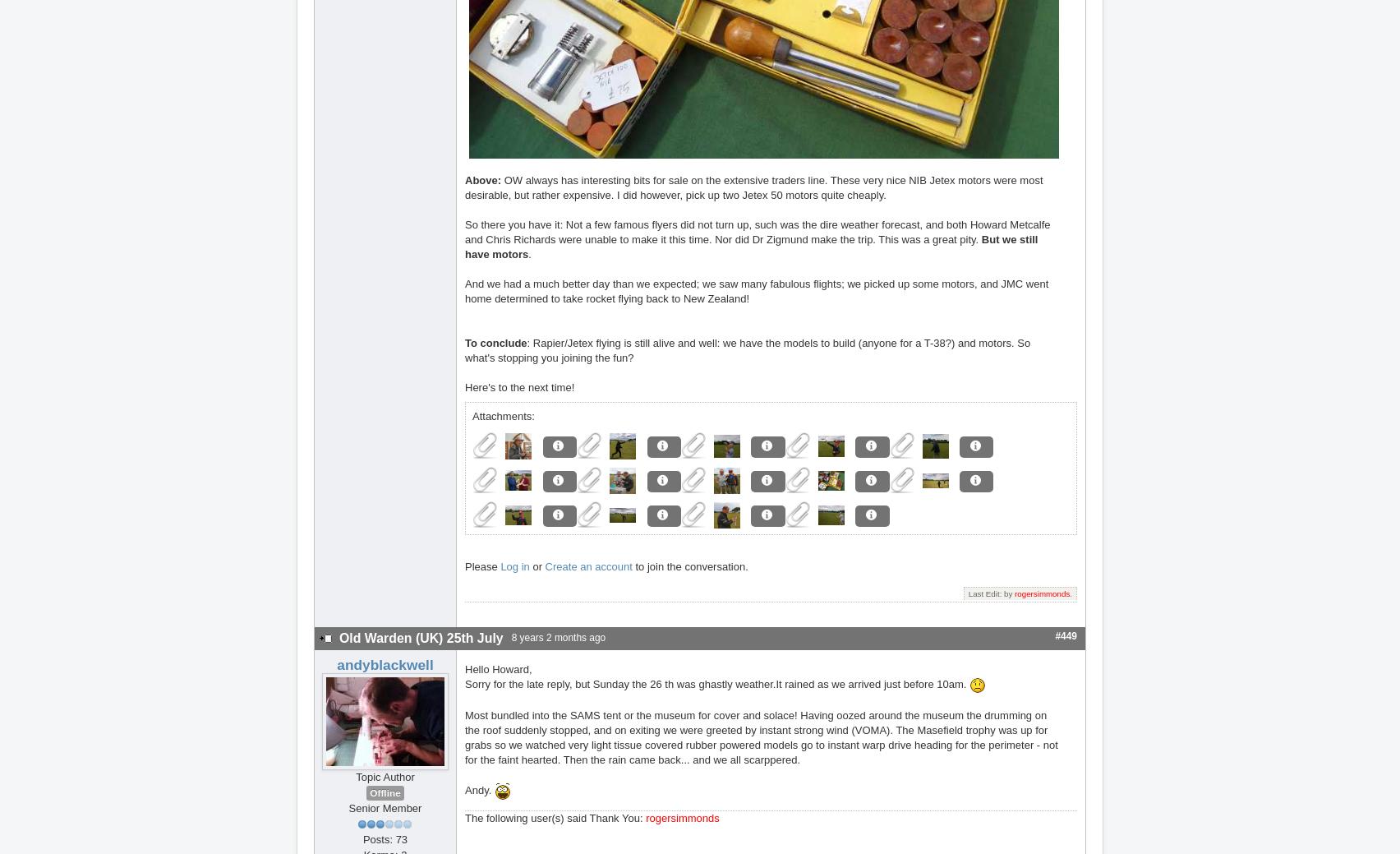 Image resolution: width=1400 pixels, height=854 pixels. What do you see at coordinates (753, 187) in the screenshot?
I see `'OW always has interesting bits for sale on the extensive traders line.  These very nice NIB Jetex motors were most desirable, but rather expensive.  I did however, pick up two Jetex 50 motors quite cheaply.'` at bounding box center [753, 187].